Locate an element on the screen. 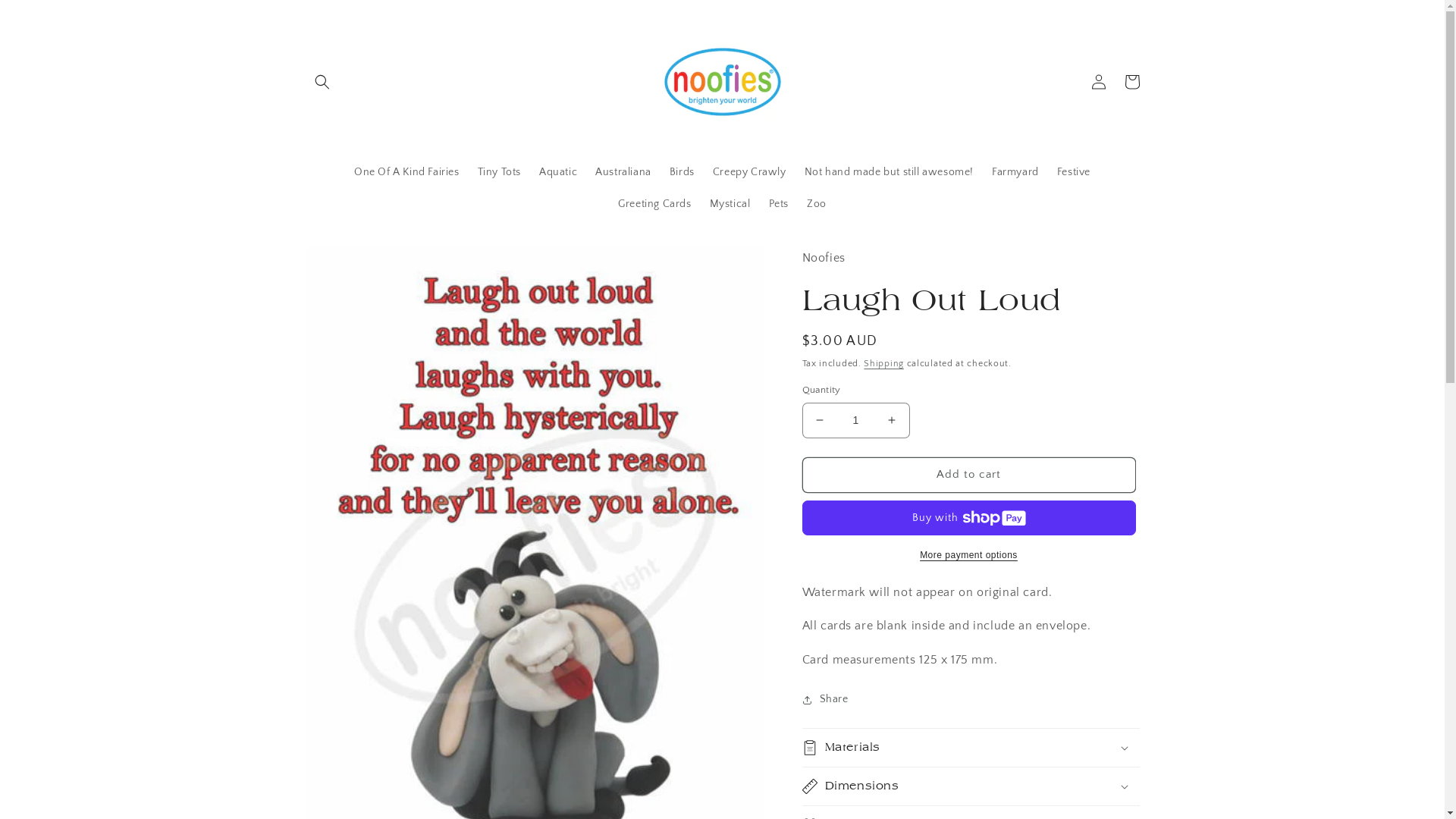 This screenshot has width=1456, height=819. 'Log in' is located at coordinates (1080, 82).